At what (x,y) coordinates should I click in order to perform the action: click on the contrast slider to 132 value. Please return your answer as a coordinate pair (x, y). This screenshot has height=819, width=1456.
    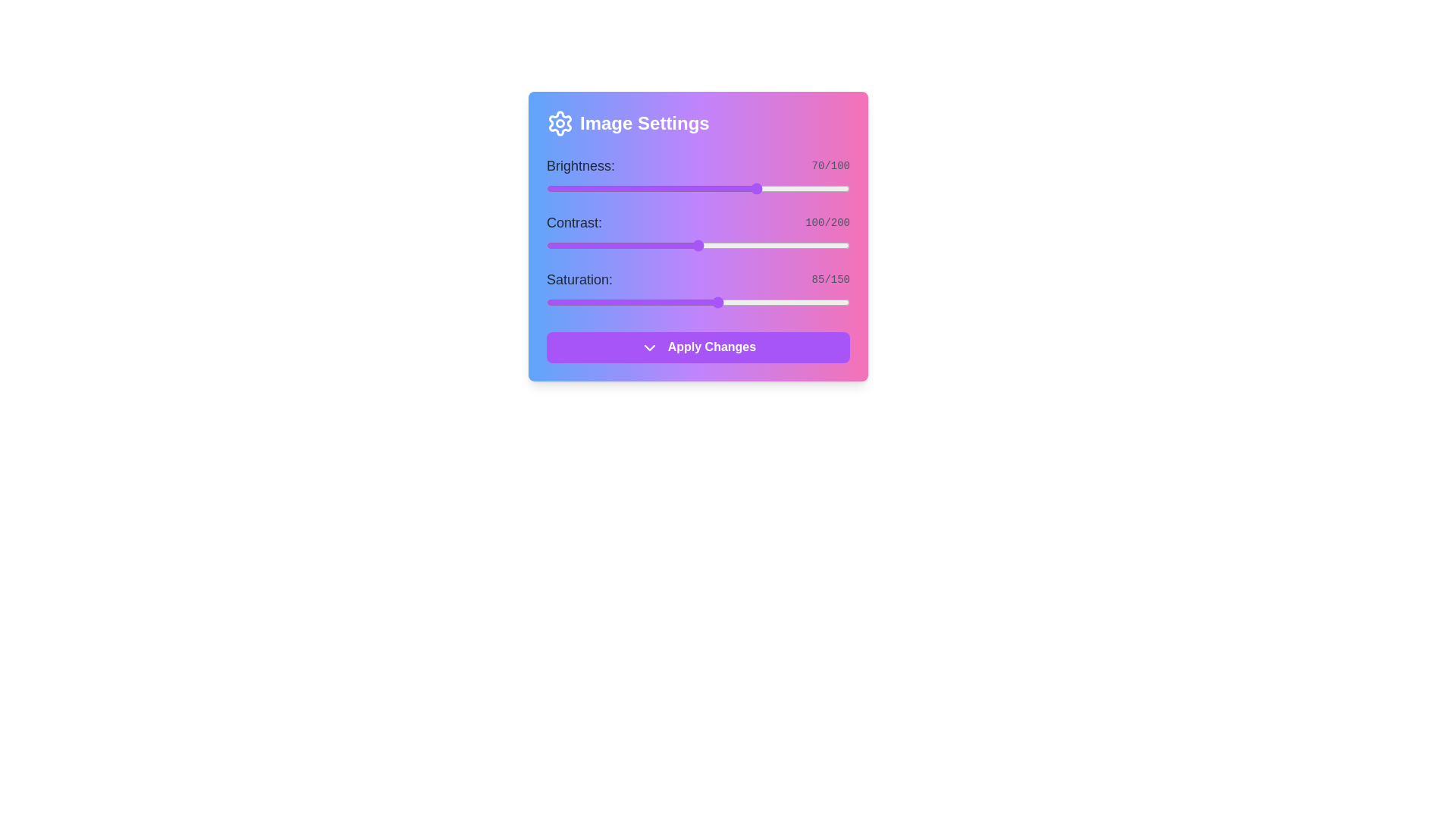
    Looking at the image, I should click on (746, 245).